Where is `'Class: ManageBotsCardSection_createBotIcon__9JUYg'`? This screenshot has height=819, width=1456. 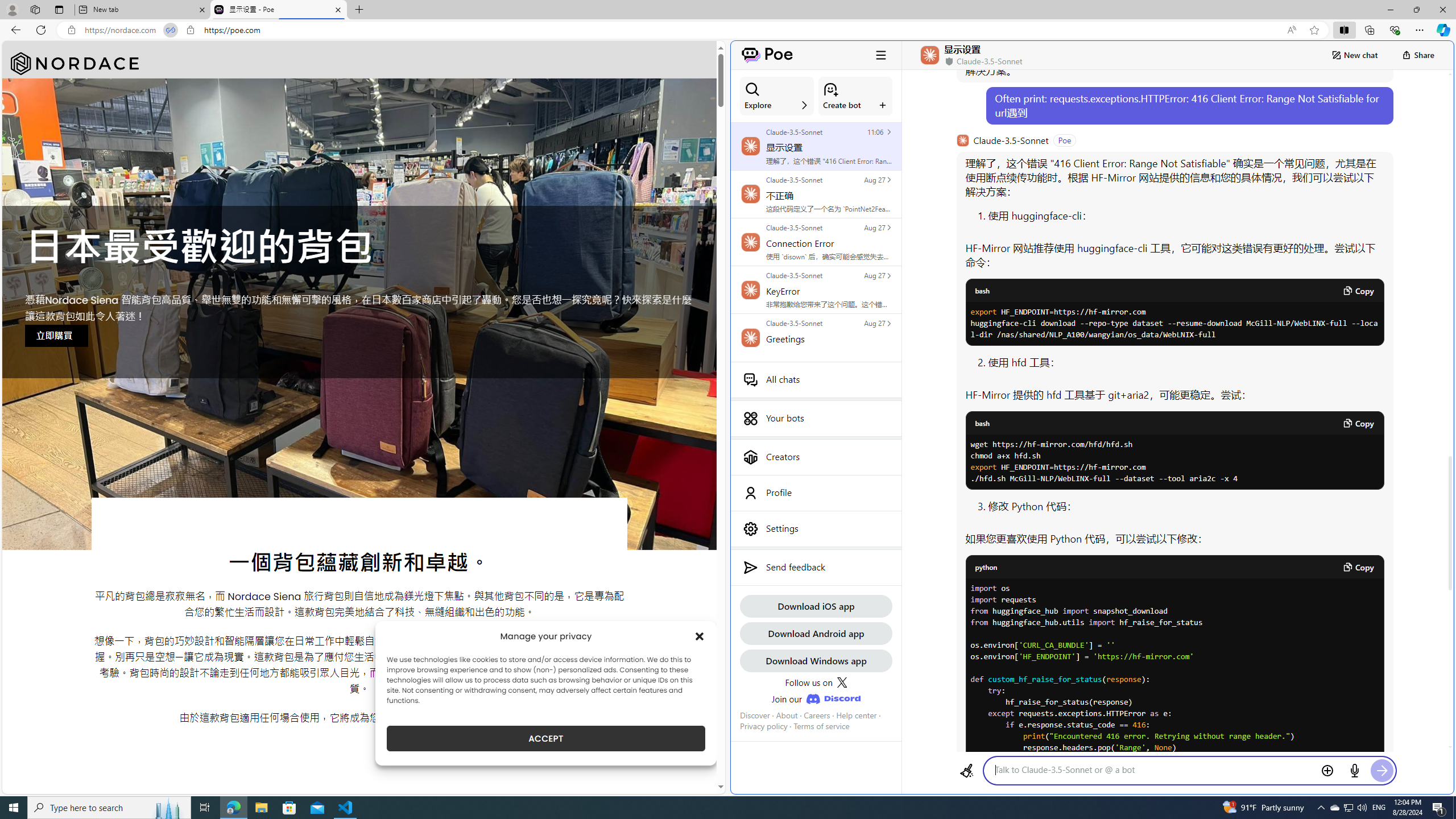
'Class: ManageBotsCardSection_createBotIcon__9JUYg' is located at coordinates (830, 89).